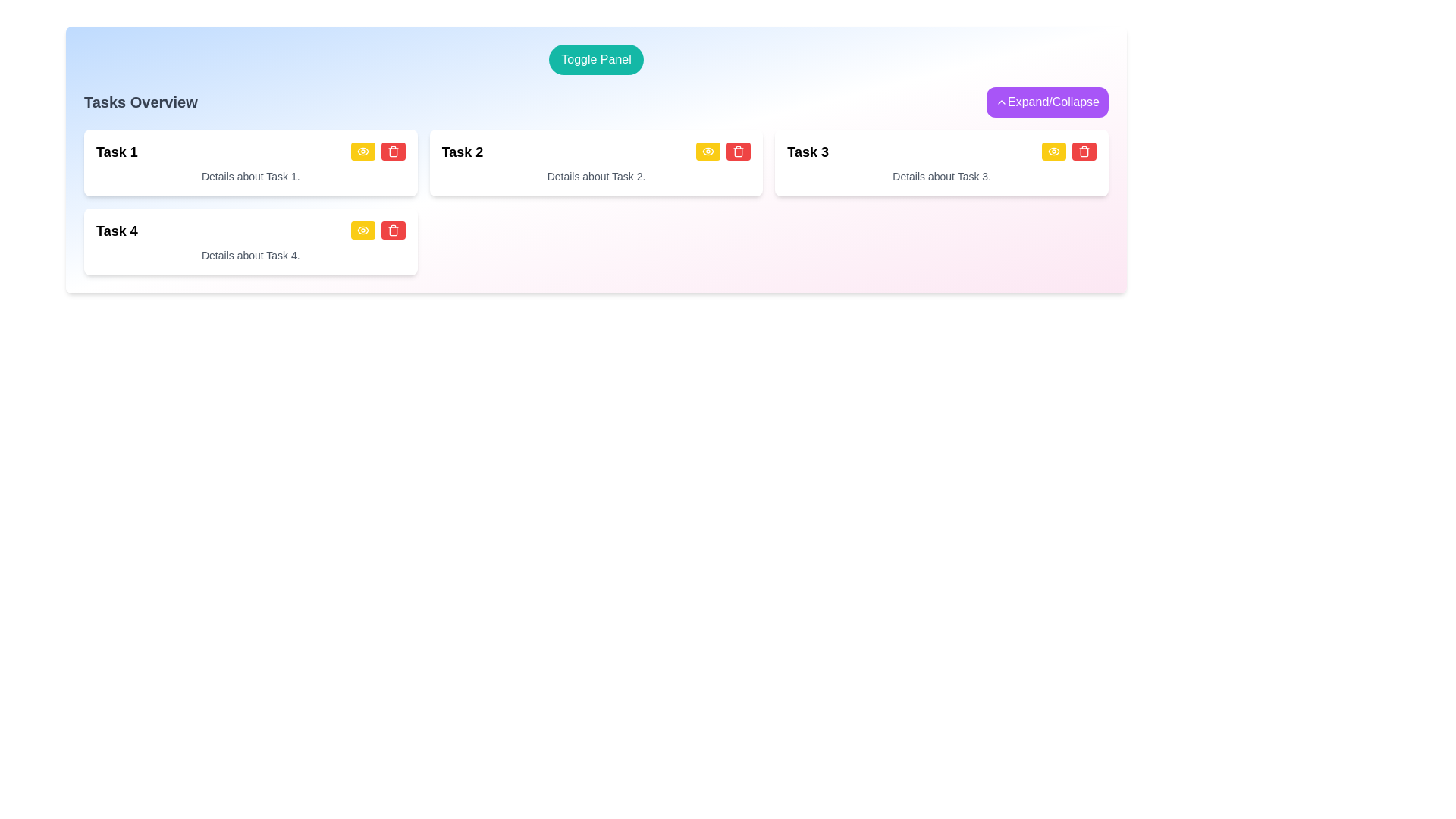 This screenshot has height=819, width=1456. Describe the element at coordinates (739, 151) in the screenshot. I see `the trash can icon with a red background located inside the delete button for 'Task 2'` at that location.